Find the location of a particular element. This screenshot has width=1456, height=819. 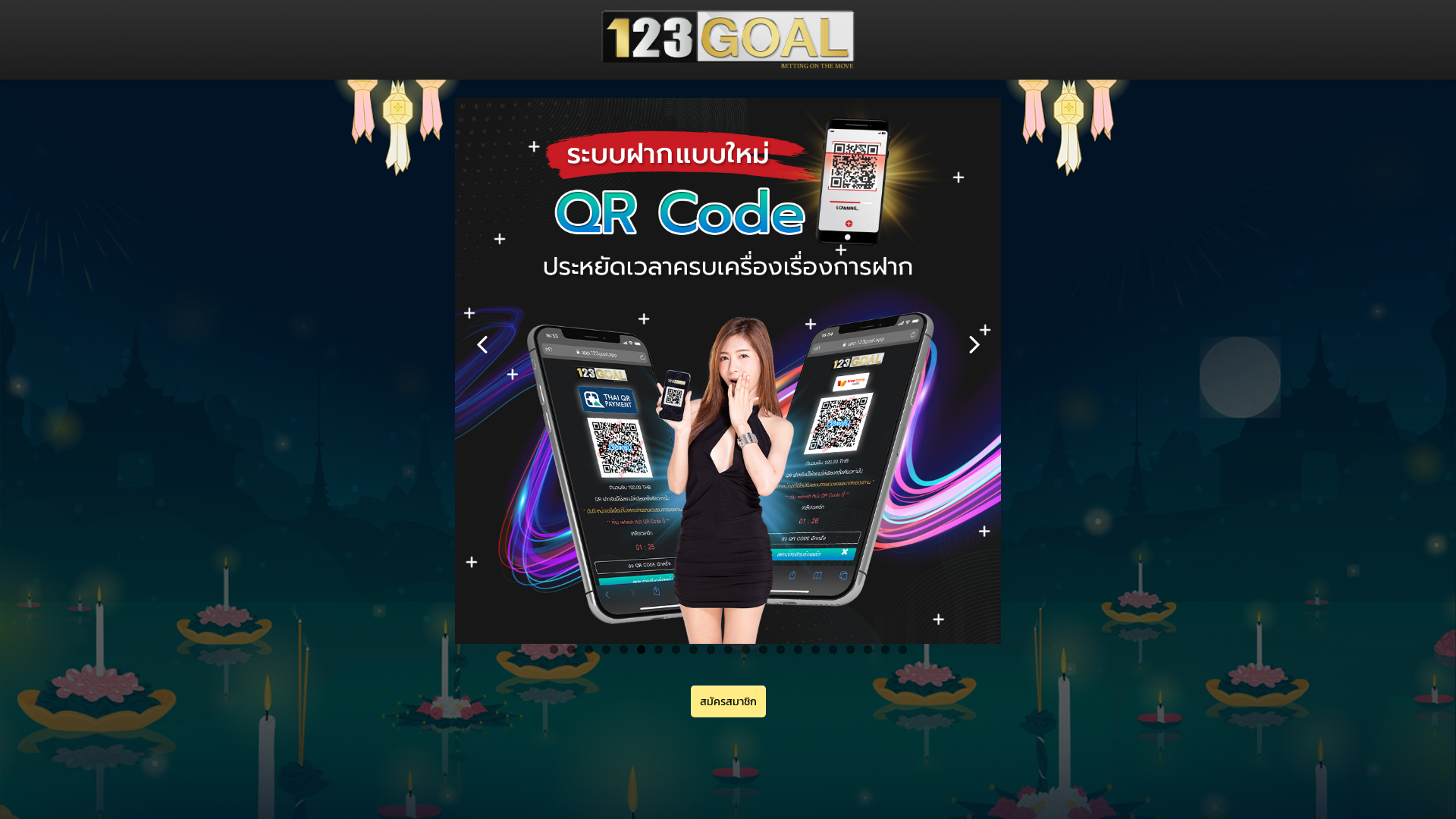

'13' is located at coordinates (758, 648).